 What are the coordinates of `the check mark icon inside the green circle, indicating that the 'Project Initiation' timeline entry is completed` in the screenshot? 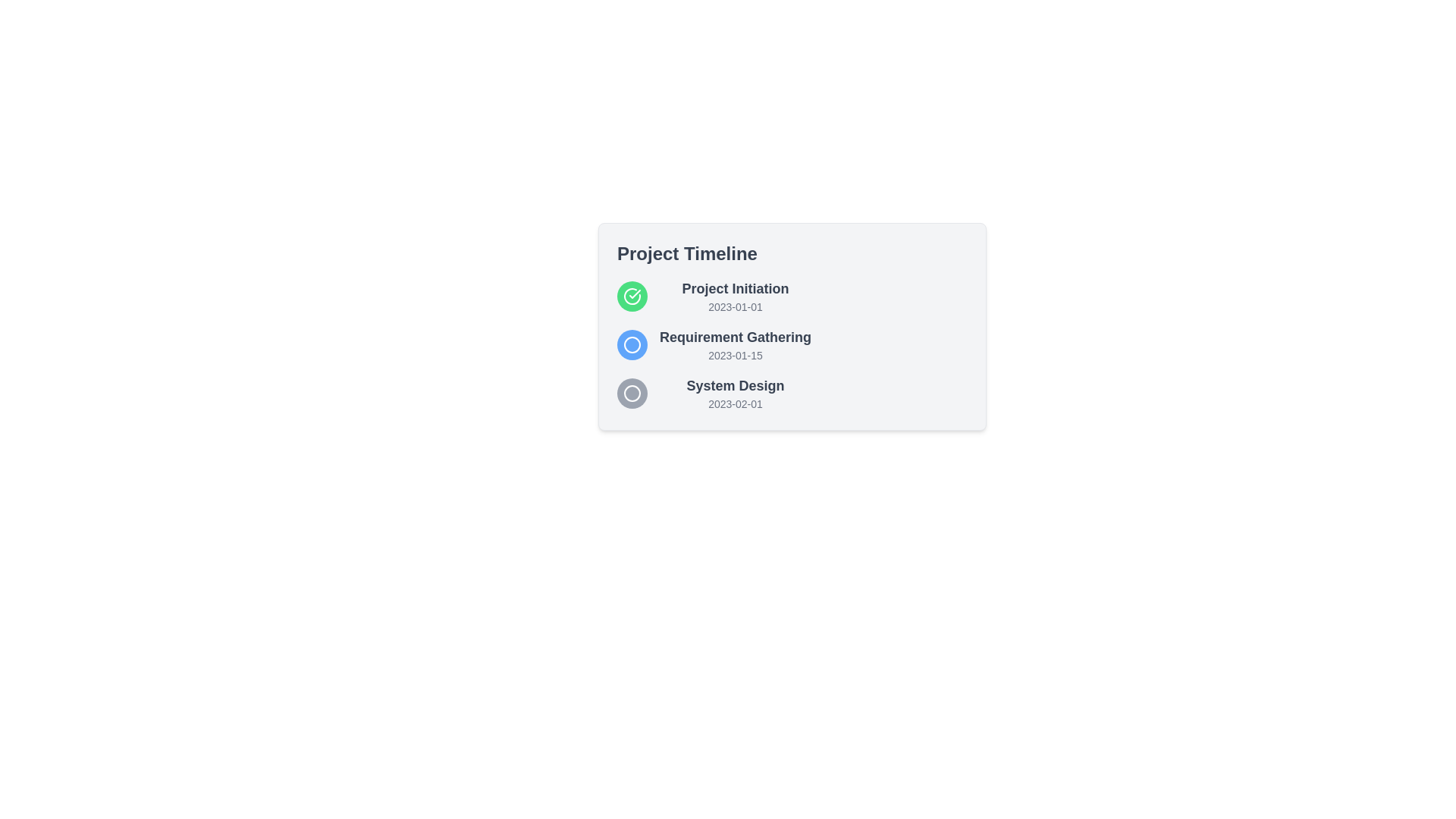 It's located at (632, 296).